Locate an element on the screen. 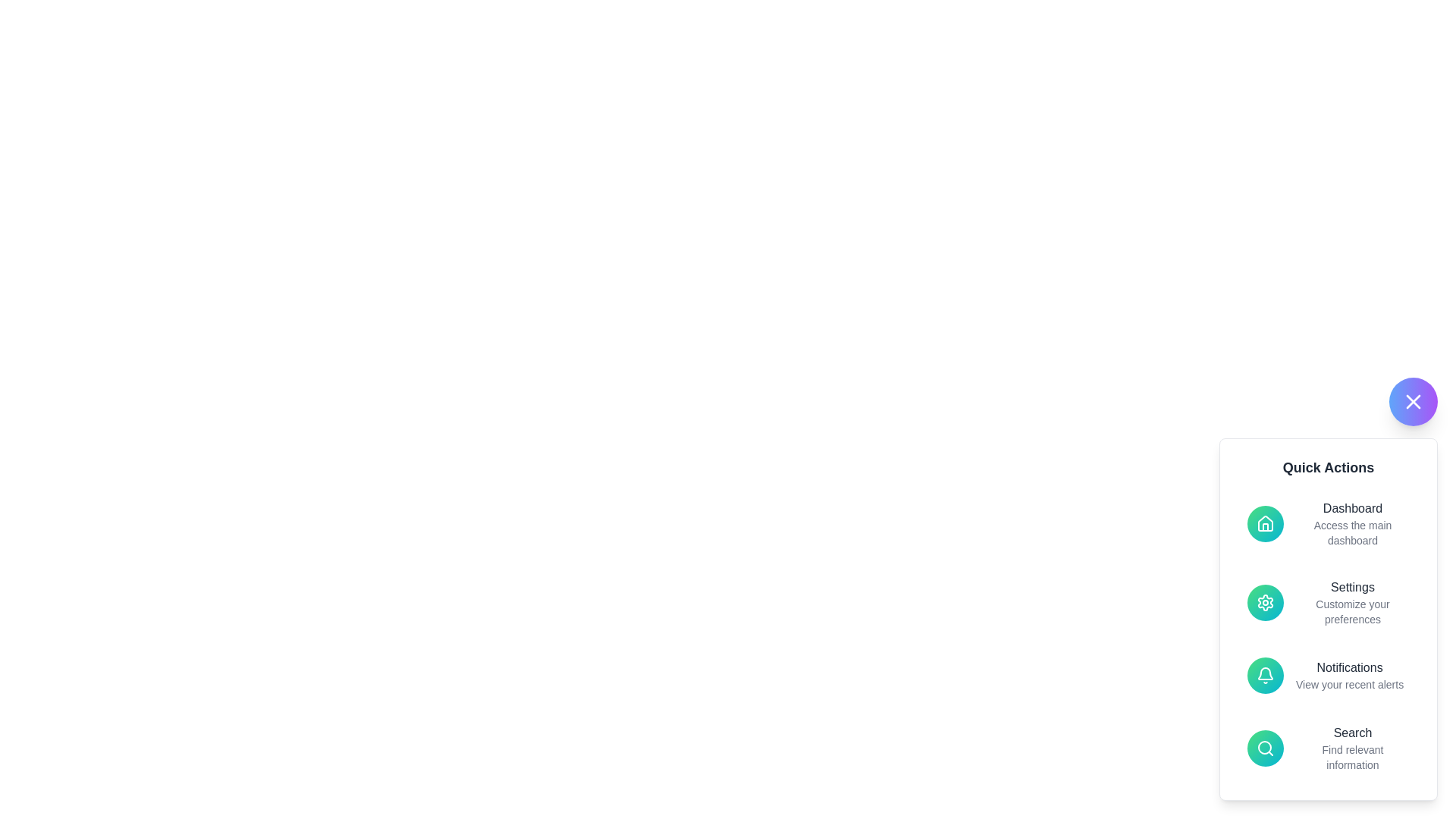 This screenshot has width=1456, height=819. the menu item labeled 'Notifications' to highlight it is located at coordinates (1328, 675).